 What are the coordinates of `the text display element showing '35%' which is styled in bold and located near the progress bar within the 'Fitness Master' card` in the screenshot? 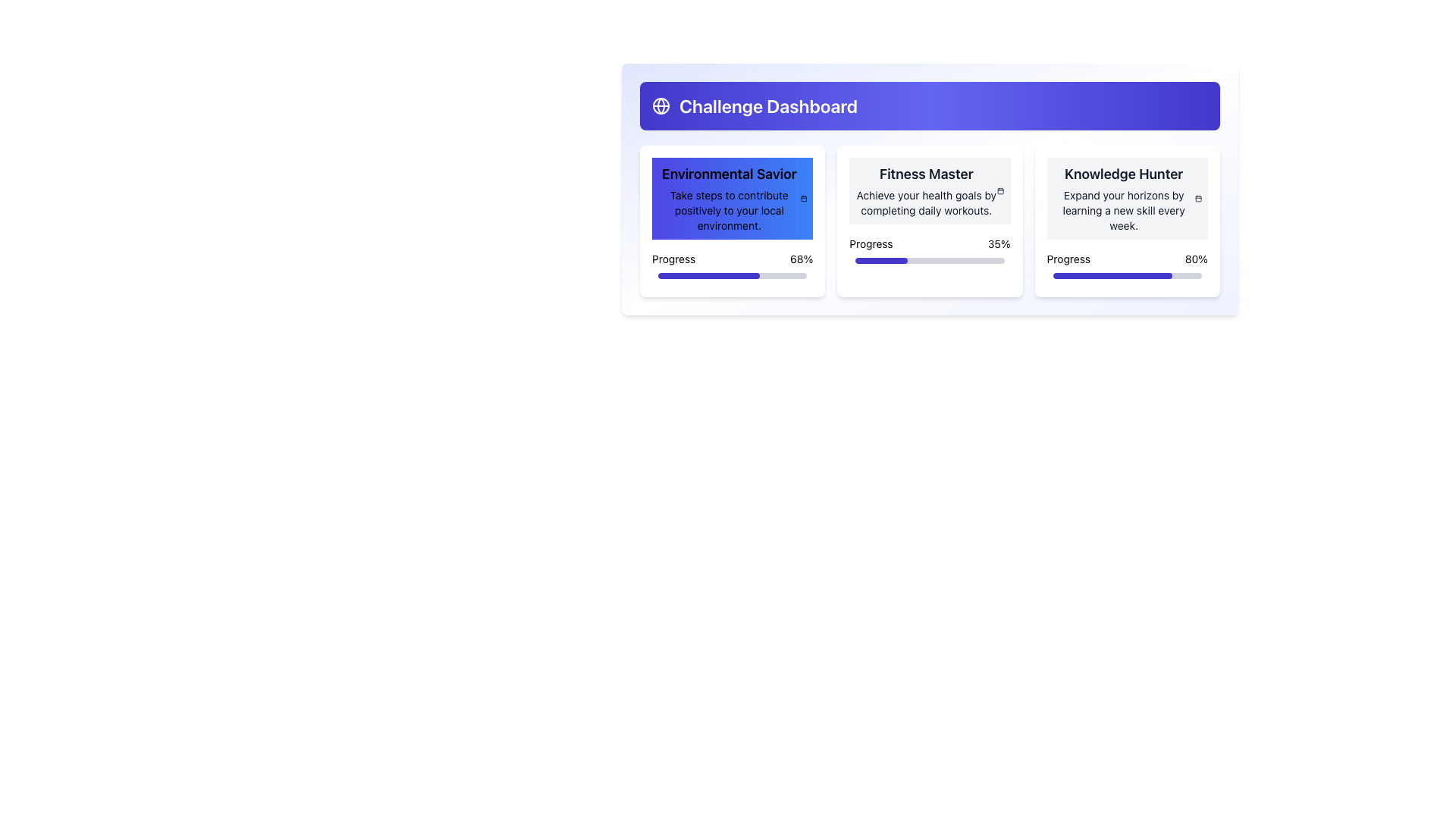 It's located at (999, 243).